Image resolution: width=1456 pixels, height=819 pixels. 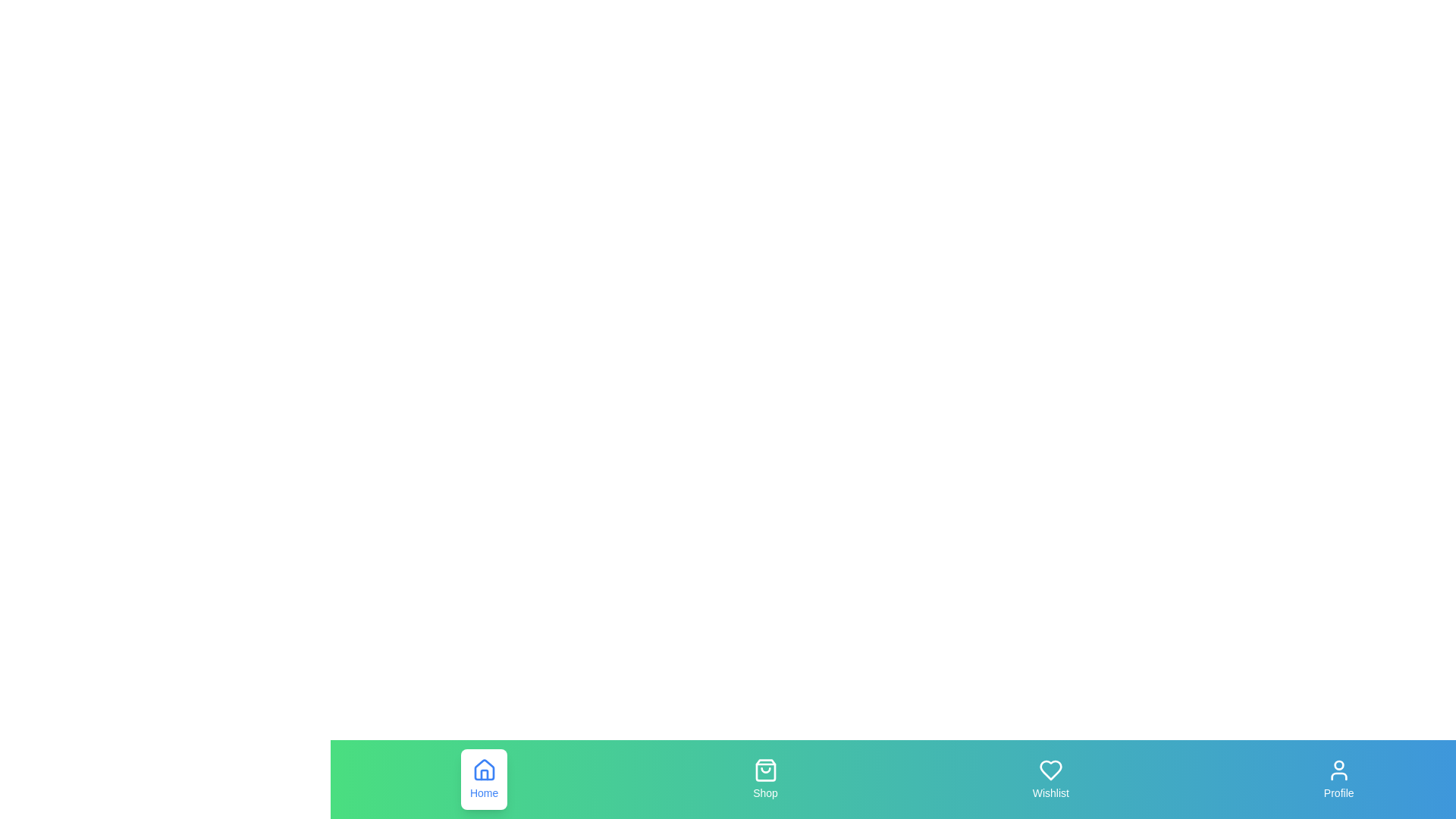 What do you see at coordinates (1050, 780) in the screenshot?
I see `the tab labeled Wishlist by clicking its button` at bounding box center [1050, 780].